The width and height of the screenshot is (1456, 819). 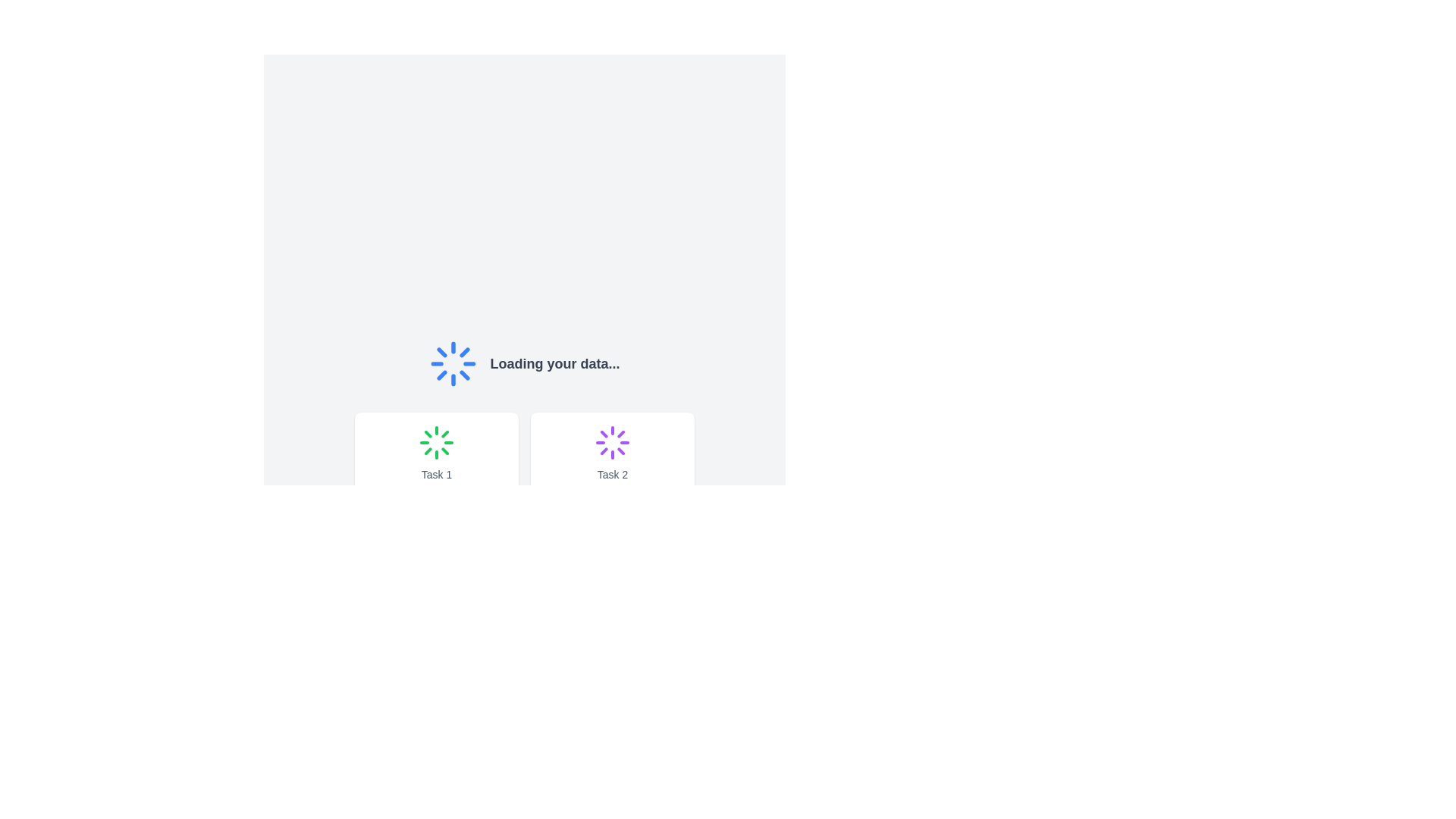 What do you see at coordinates (436, 442) in the screenshot?
I see `the Spinner element that visually indicates a loading process for 'Task 1', located below the text label in a card-like structure` at bounding box center [436, 442].